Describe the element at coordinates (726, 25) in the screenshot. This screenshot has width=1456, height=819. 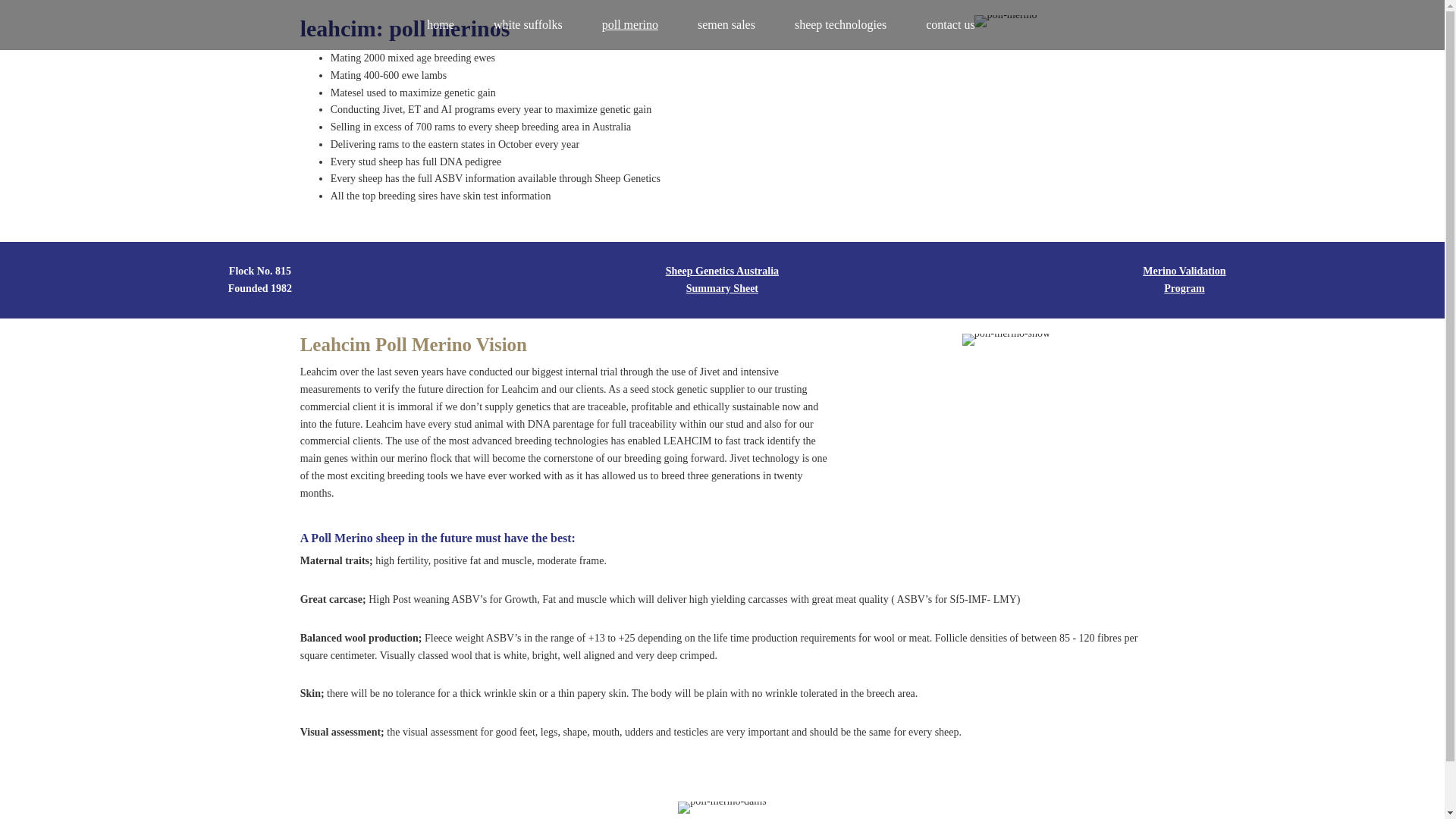
I see `'semen sales'` at that location.